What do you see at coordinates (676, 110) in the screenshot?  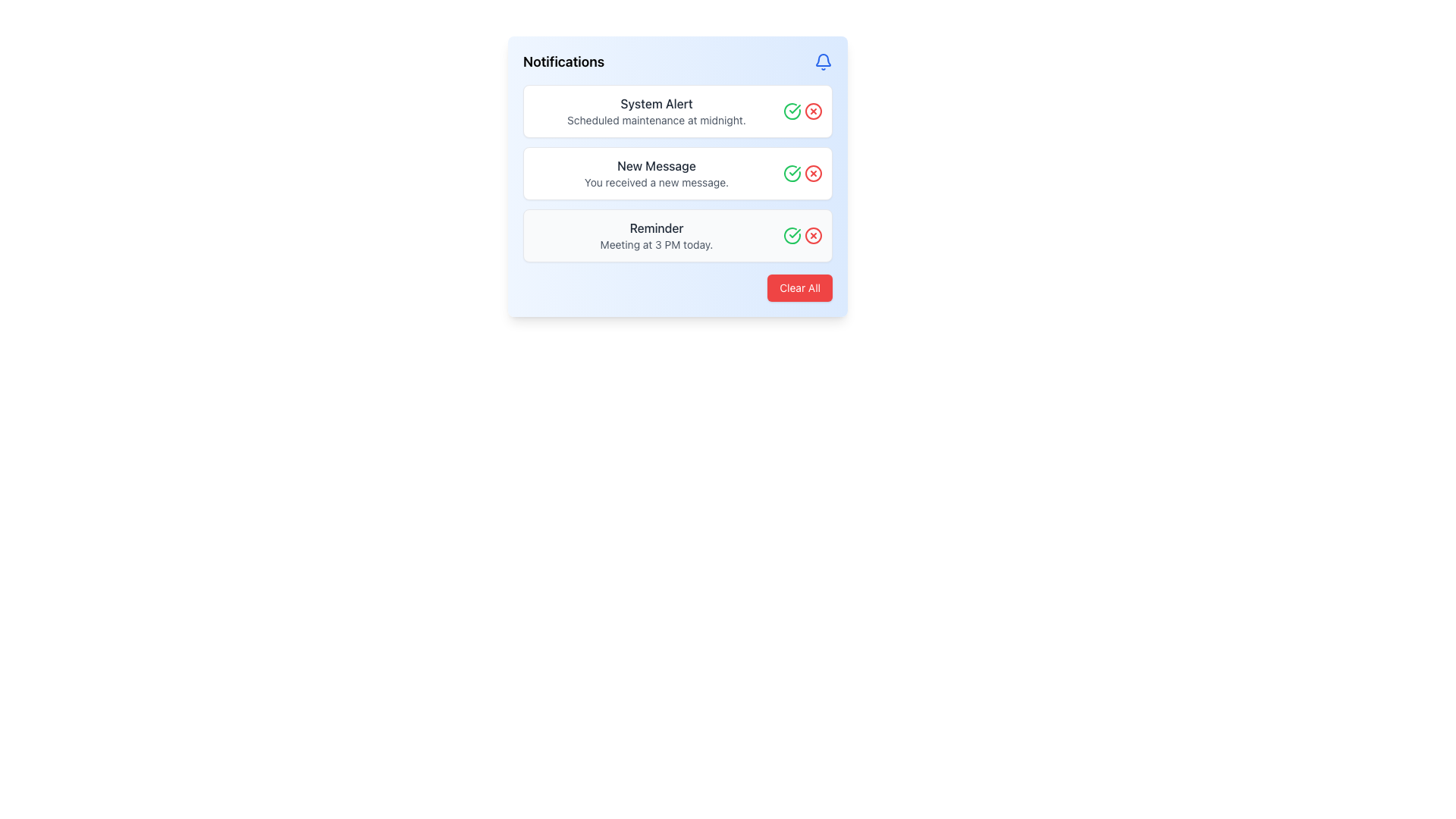 I see `the Information Card titled 'System Alert' that contains the message 'Scheduled maintenance at midnight.'` at bounding box center [676, 110].